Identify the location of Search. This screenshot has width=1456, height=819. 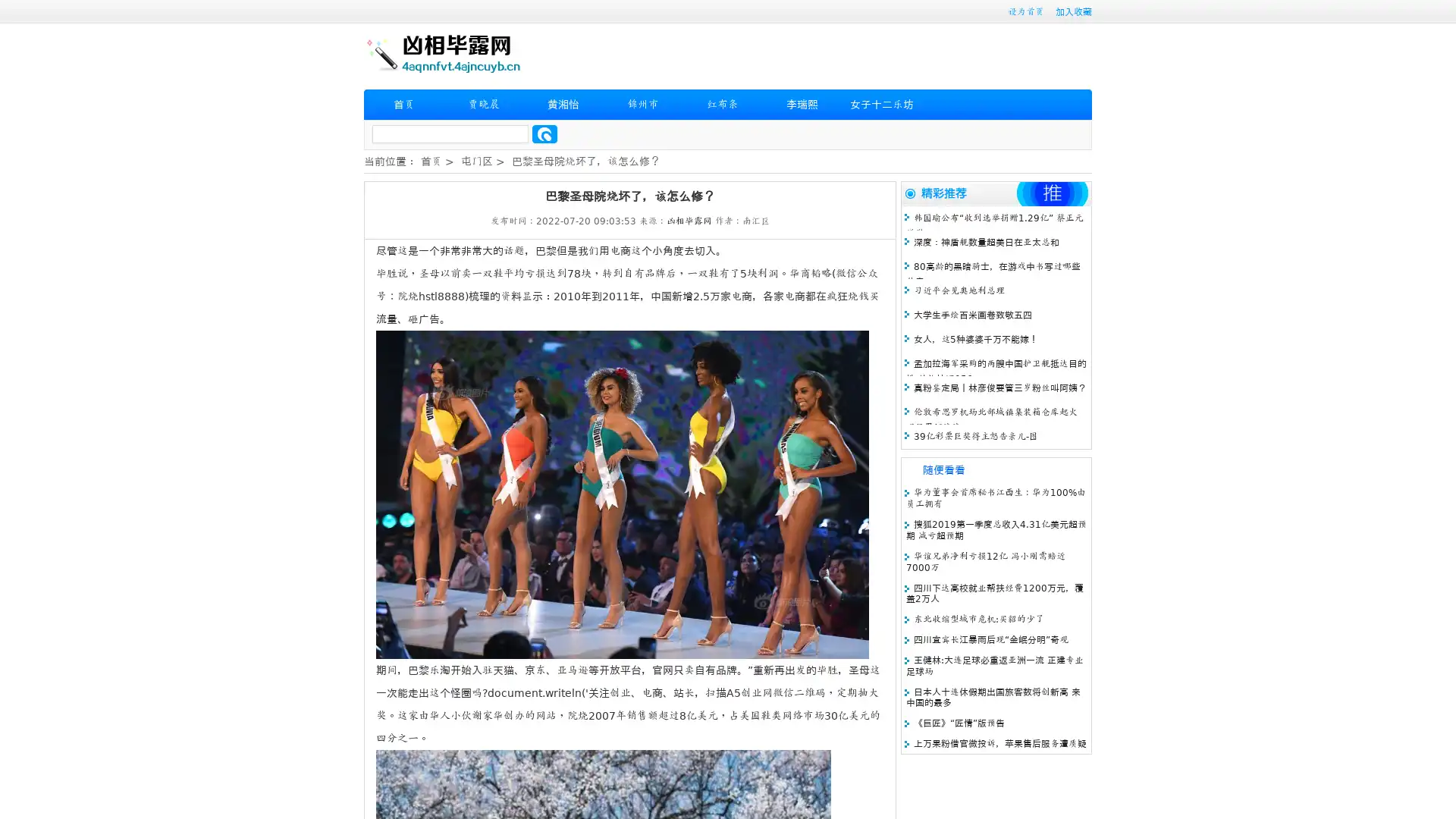
(544, 133).